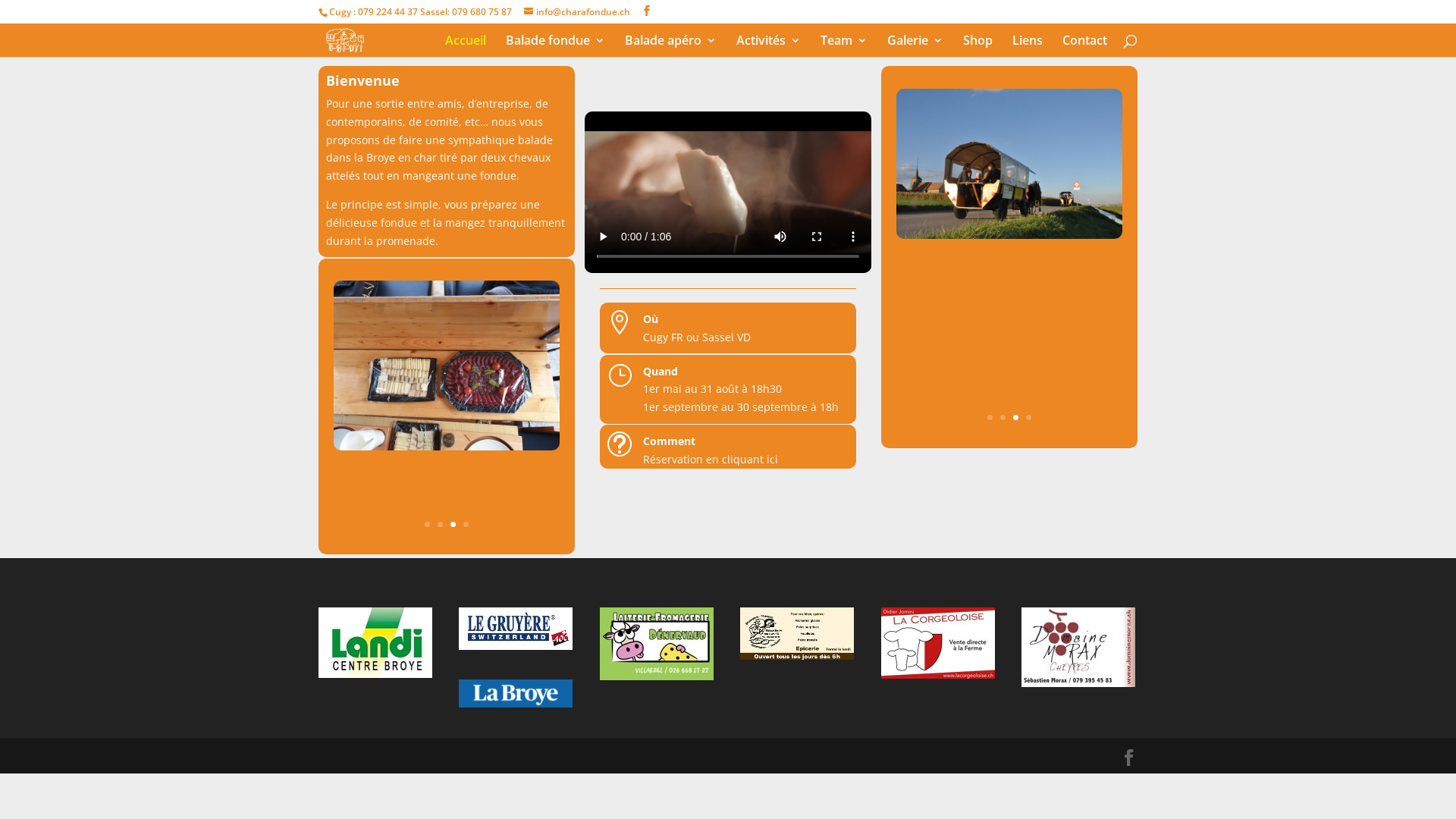 Image resolution: width=1456 pixels, height=819 pixels. I want to click on 'Galerie', so click(914, 45).